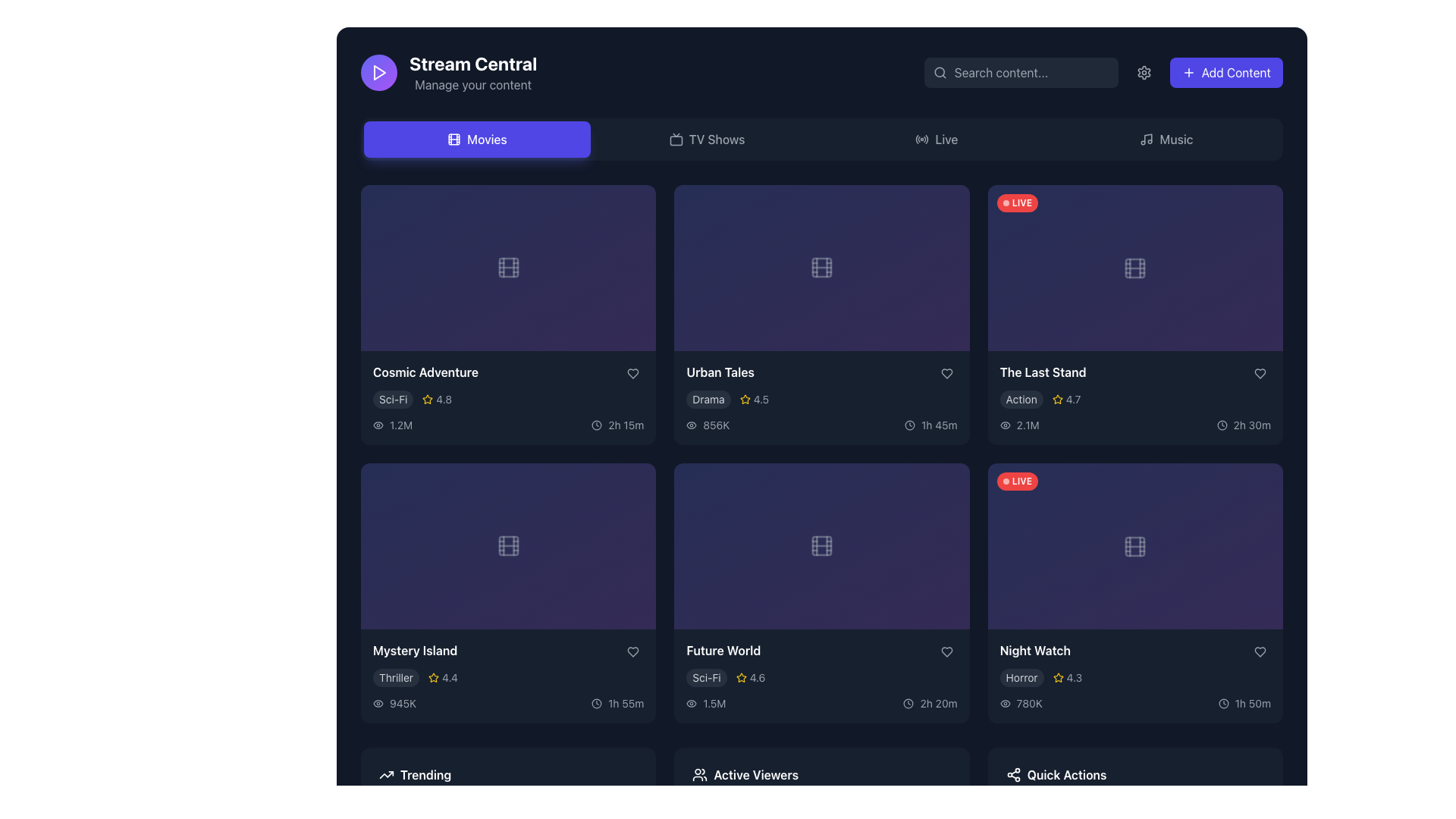  What do you see at coordinates (1135, 546) in the screenshot?
I see `the Media Thumbnail with Badge in the 'Night Watch' section located in the bottom-right grid cell of the 'Movies' section` at bounding box center [1135, 546].